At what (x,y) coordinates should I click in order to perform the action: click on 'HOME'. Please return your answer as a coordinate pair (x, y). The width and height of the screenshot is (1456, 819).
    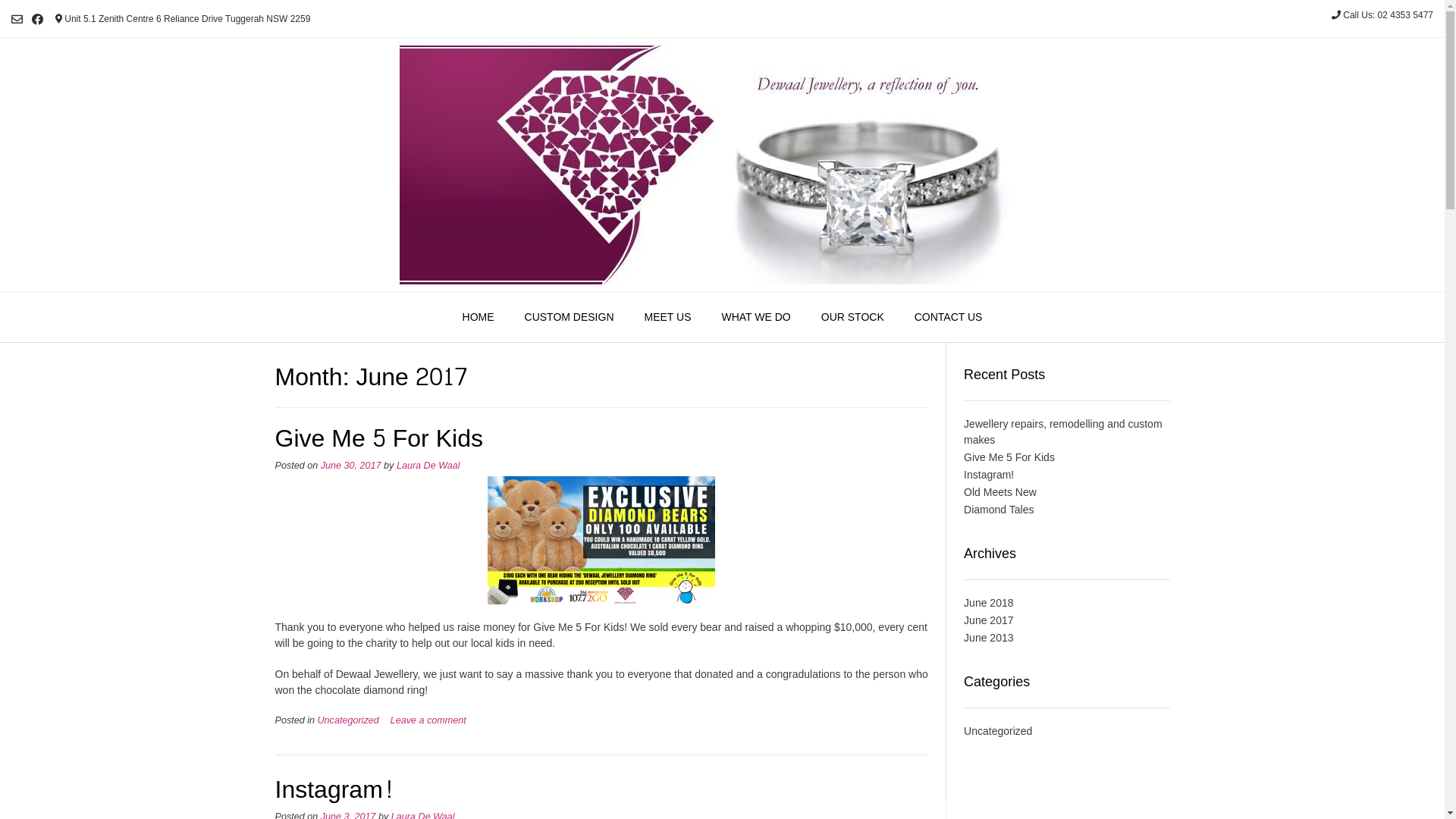
    Looking at the image, I should click on (447, 317).